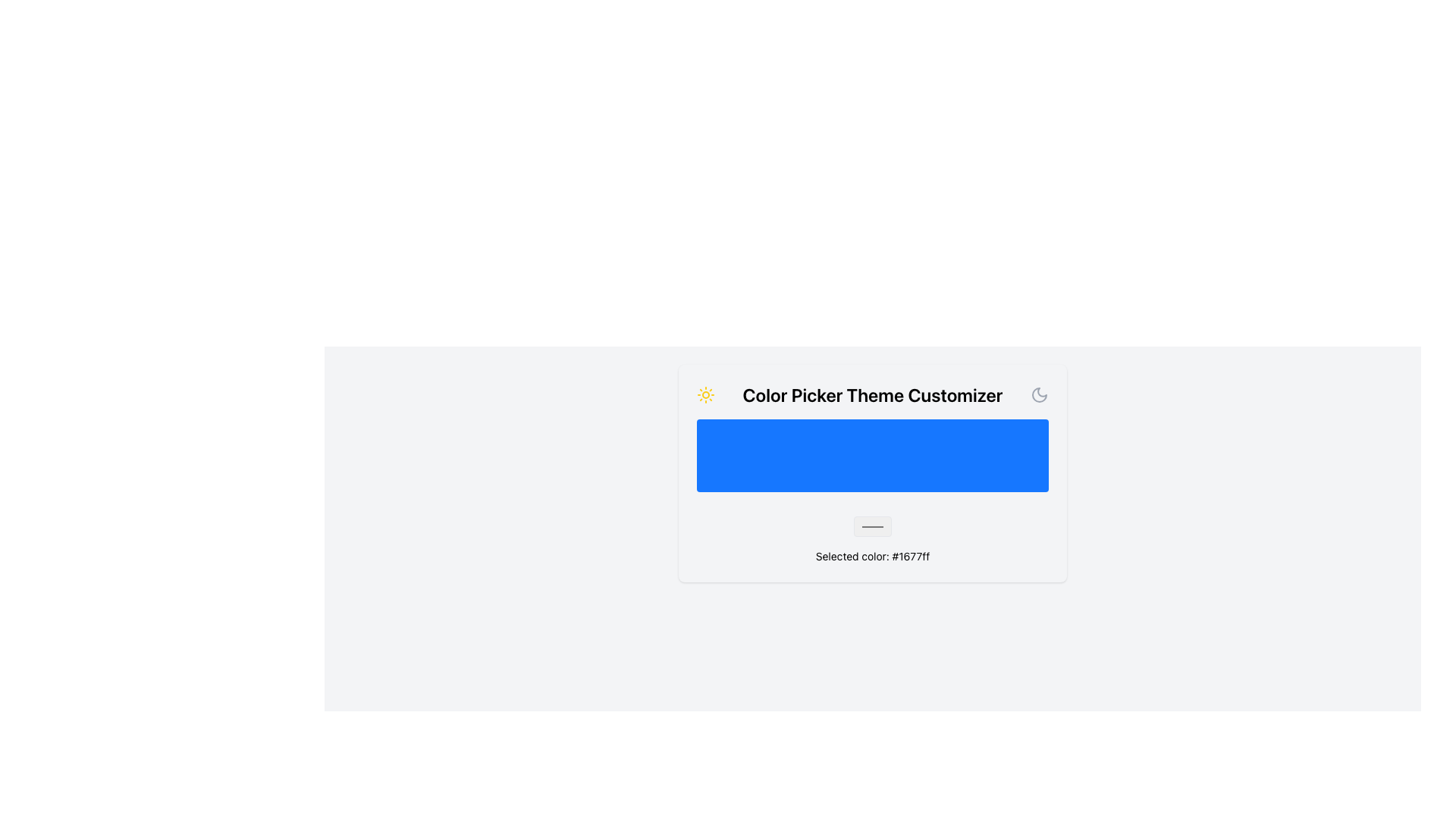  What do you see at coordinates (1039, 394) in the screenshot?
I see `the moon icon located at the top right corner of the 'Color Picker Theme Customizer' panel` at bounding box center [1039, 394].